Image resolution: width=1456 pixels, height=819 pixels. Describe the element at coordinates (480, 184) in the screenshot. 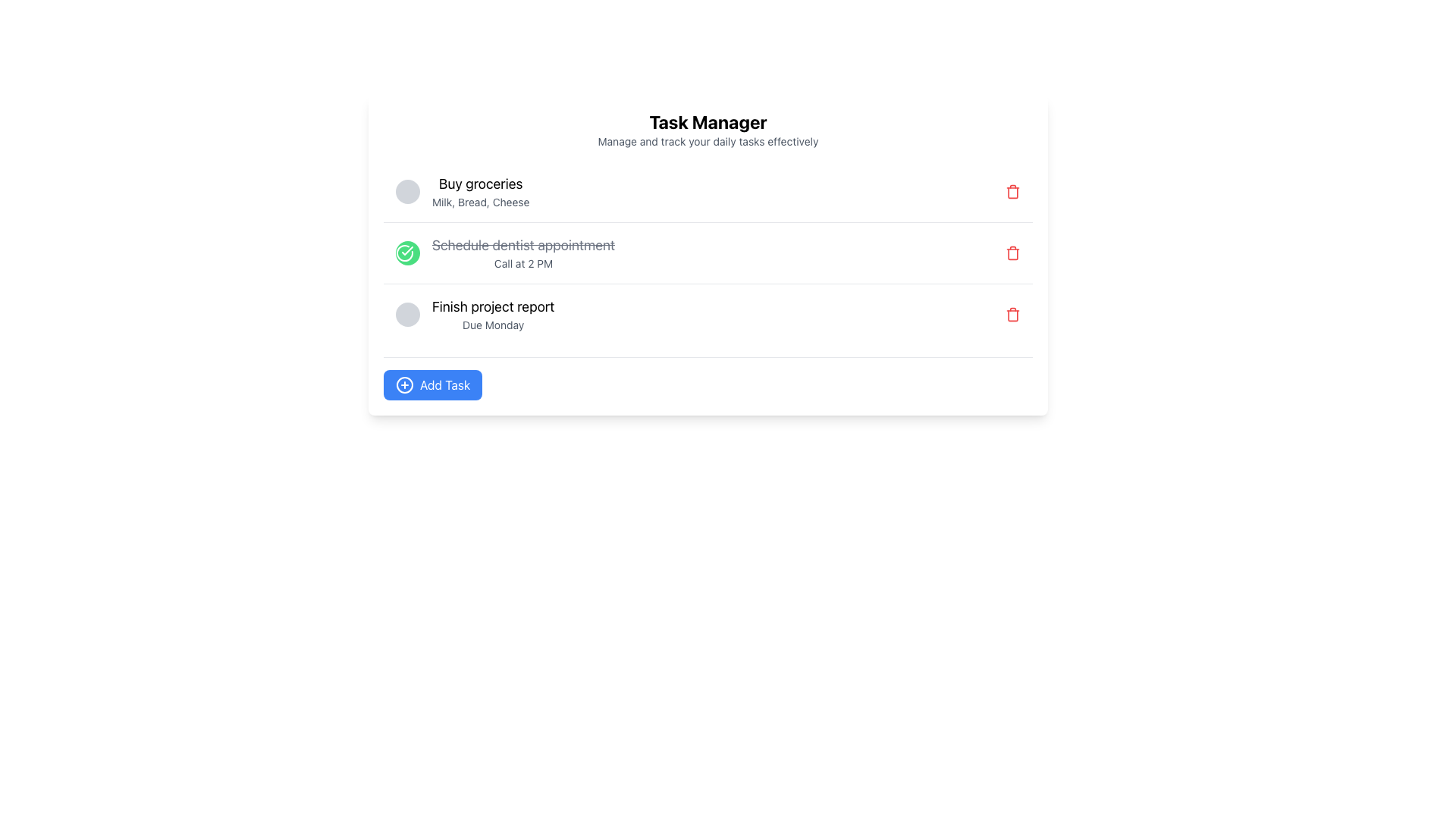

I see `the static text header that serves as the title of the task within the task management interface, located above the task details 'Milk, Bread, Cheese.'` at that location.